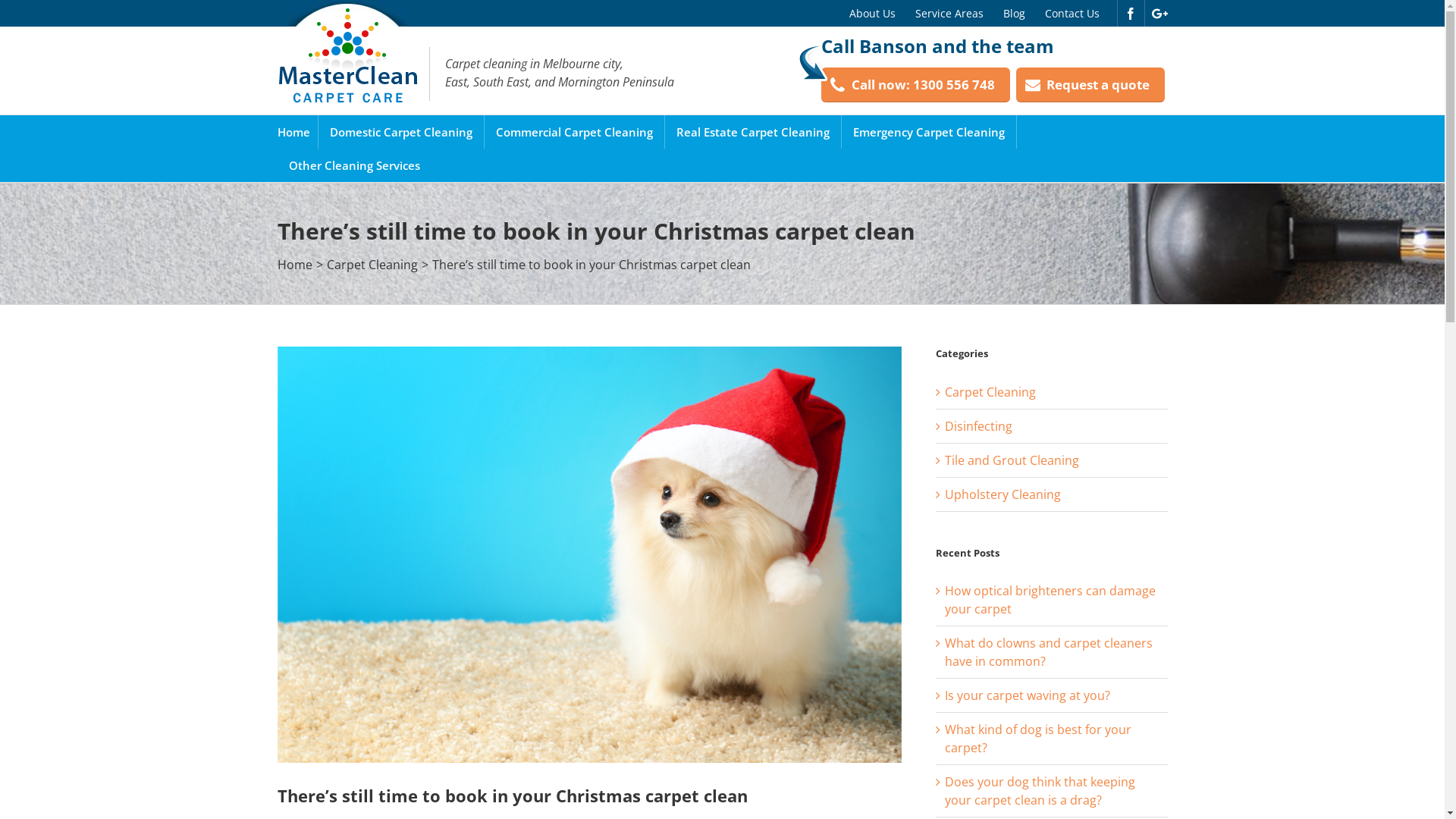 The height and width of the screenshot is (819, 1456). What do you see at coordinates (753, 130) in the screenshot?
I see `'Real Estate Carpet Cleaning'` at bounding box center [753, 130].